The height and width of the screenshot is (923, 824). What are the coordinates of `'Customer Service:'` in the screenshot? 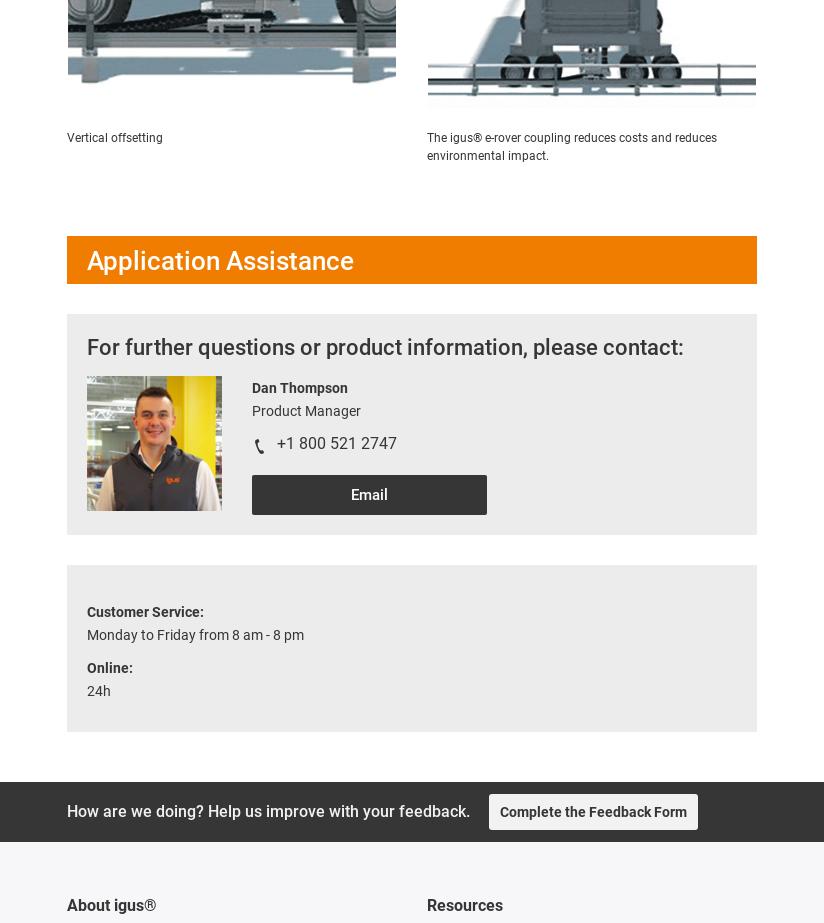 It's located at (144, 611).